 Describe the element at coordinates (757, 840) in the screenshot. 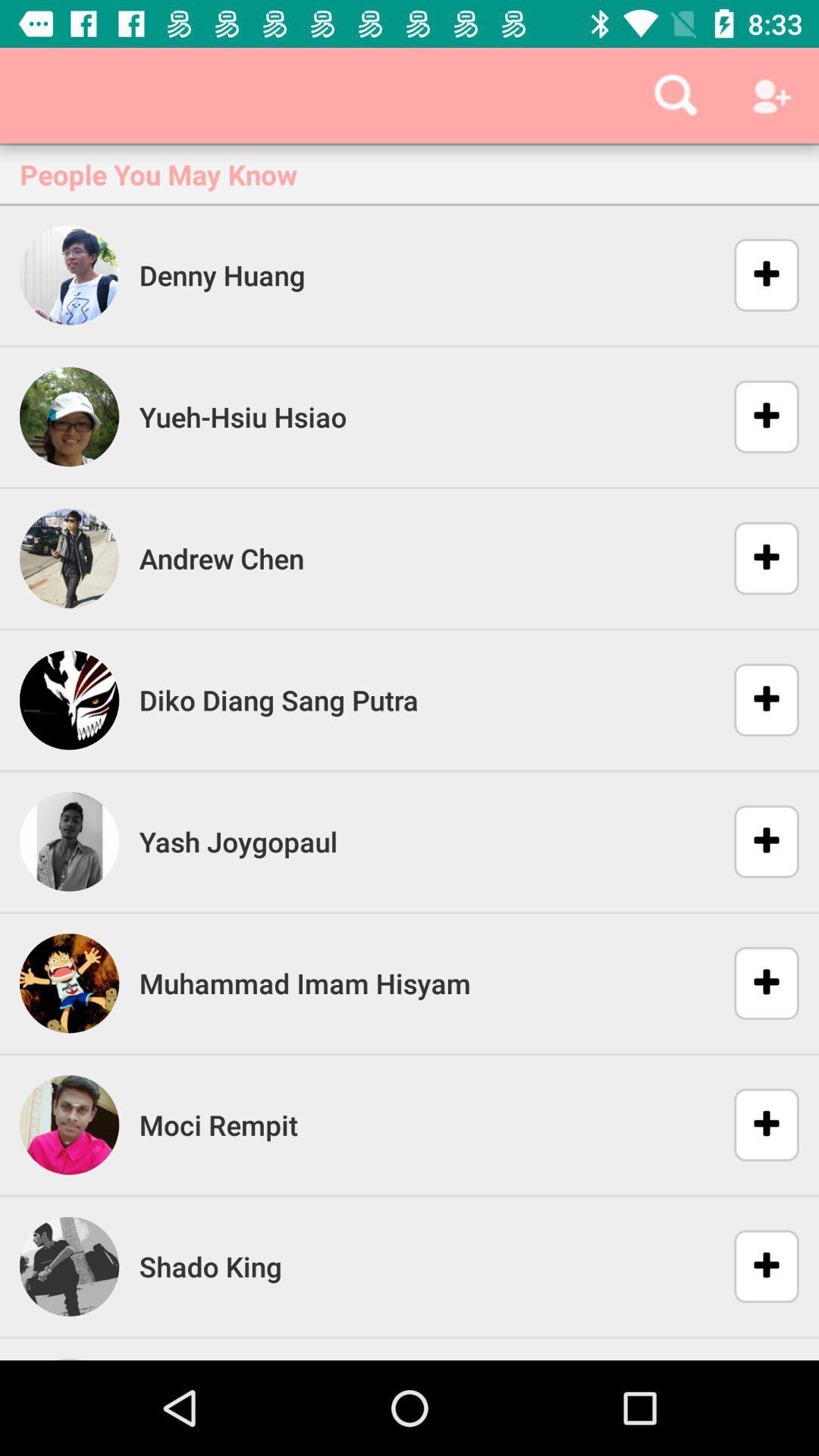

I see `the fifth plus button from top` at that location.